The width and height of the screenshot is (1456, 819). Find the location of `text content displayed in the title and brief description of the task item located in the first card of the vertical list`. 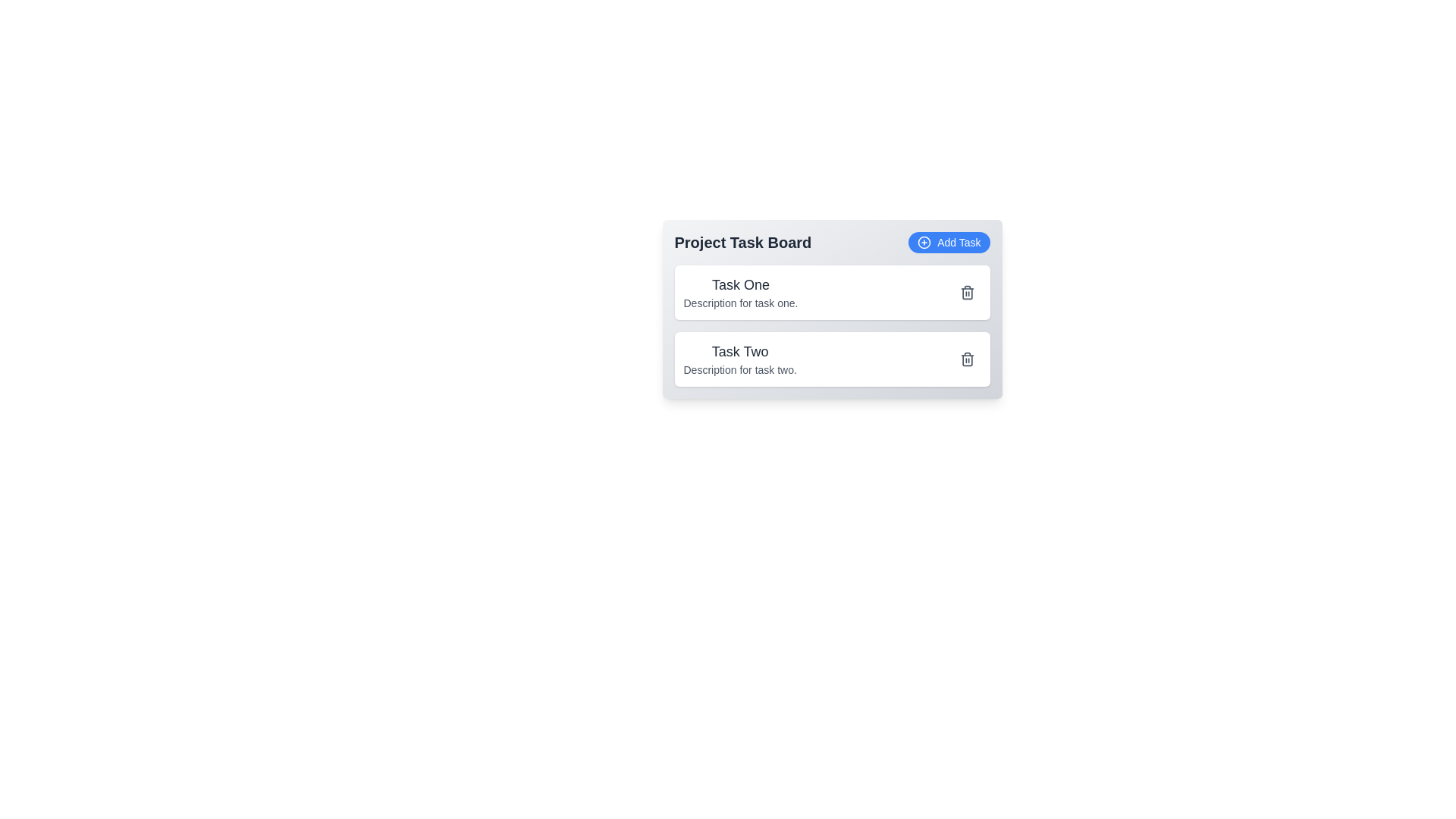

text content displayed in the title and brief description of the task item located in the first card of the vertical list is located at coordinates (740, 292).